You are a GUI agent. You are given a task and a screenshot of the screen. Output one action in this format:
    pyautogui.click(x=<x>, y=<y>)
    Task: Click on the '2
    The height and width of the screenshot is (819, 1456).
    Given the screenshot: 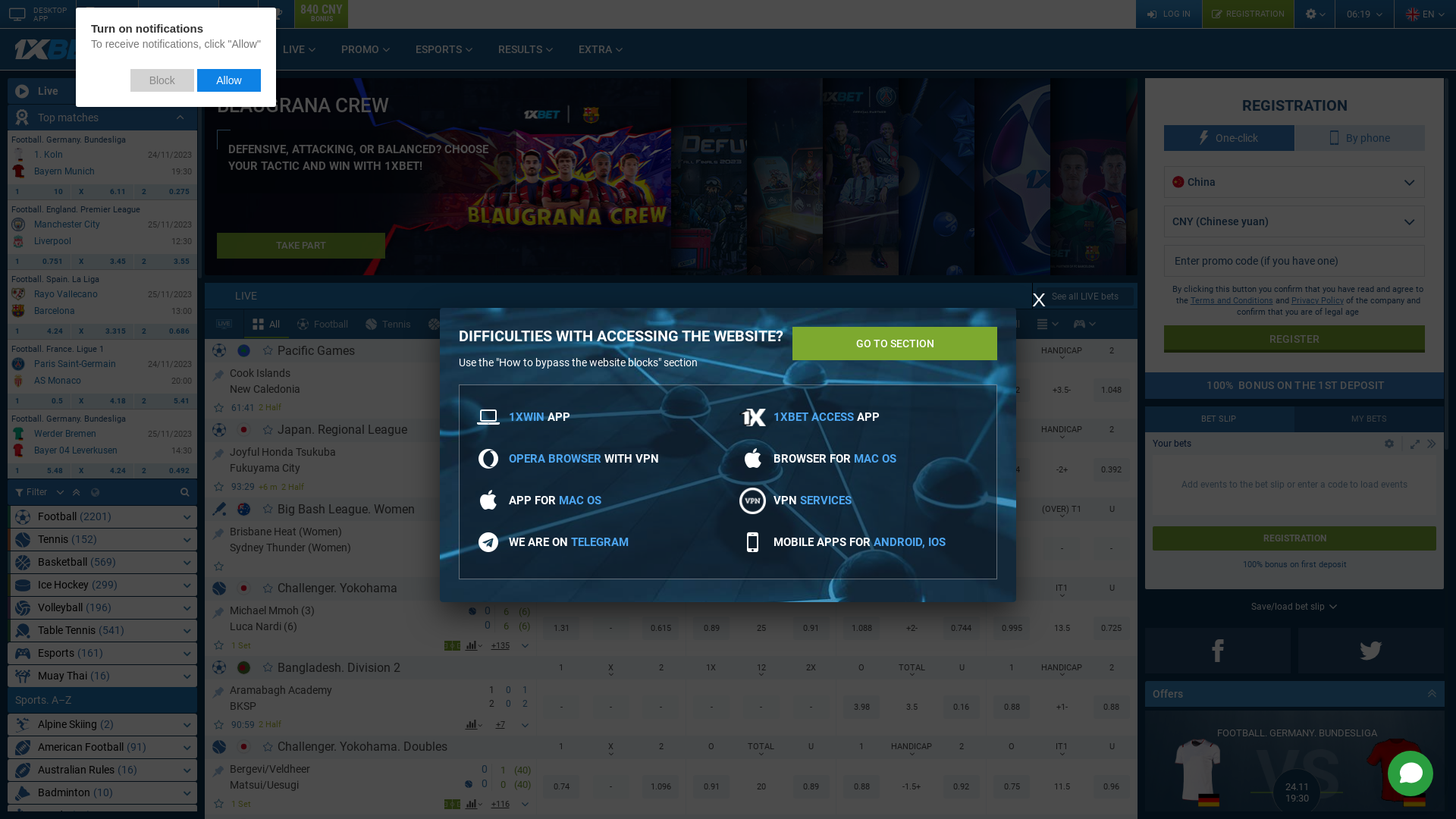 What is the action you would take?
    pyautogui.click(x=165, y=400)
    